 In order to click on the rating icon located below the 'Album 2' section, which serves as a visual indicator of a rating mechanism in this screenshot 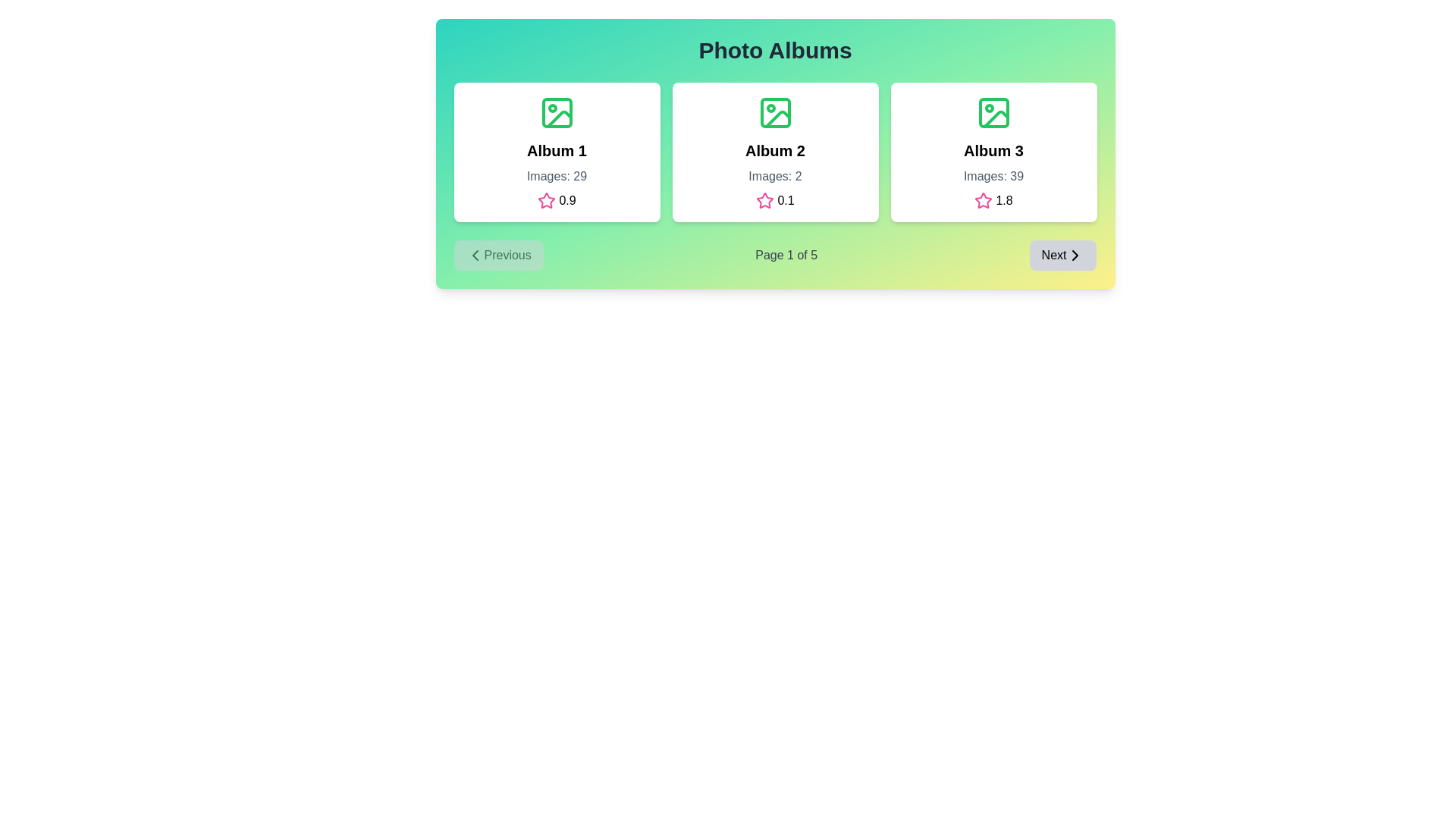, I will do `click(765, 199)`.